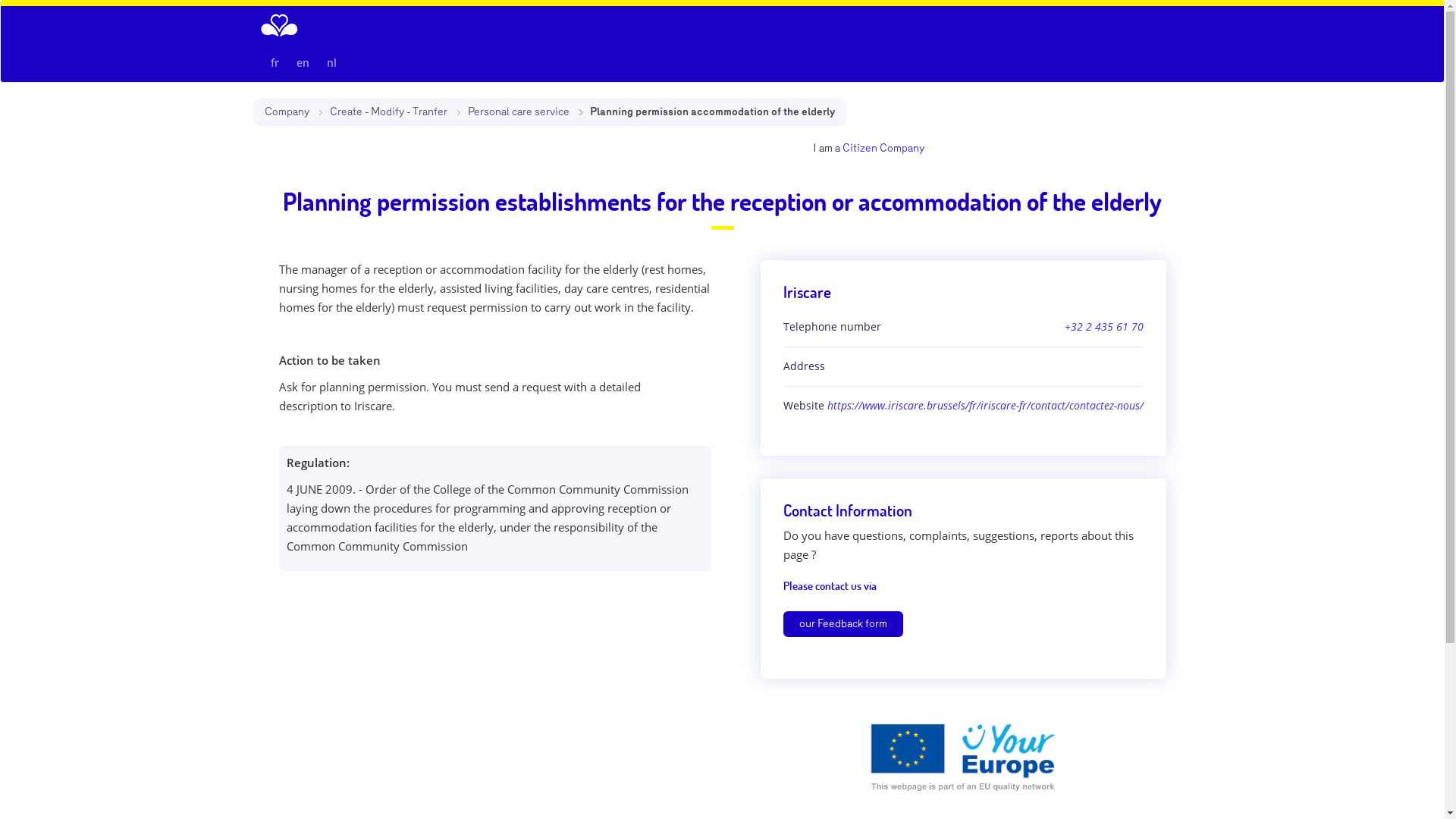  Describe the element at coordinates (287, 61) in the screenshot. I see `'en'` at that location.